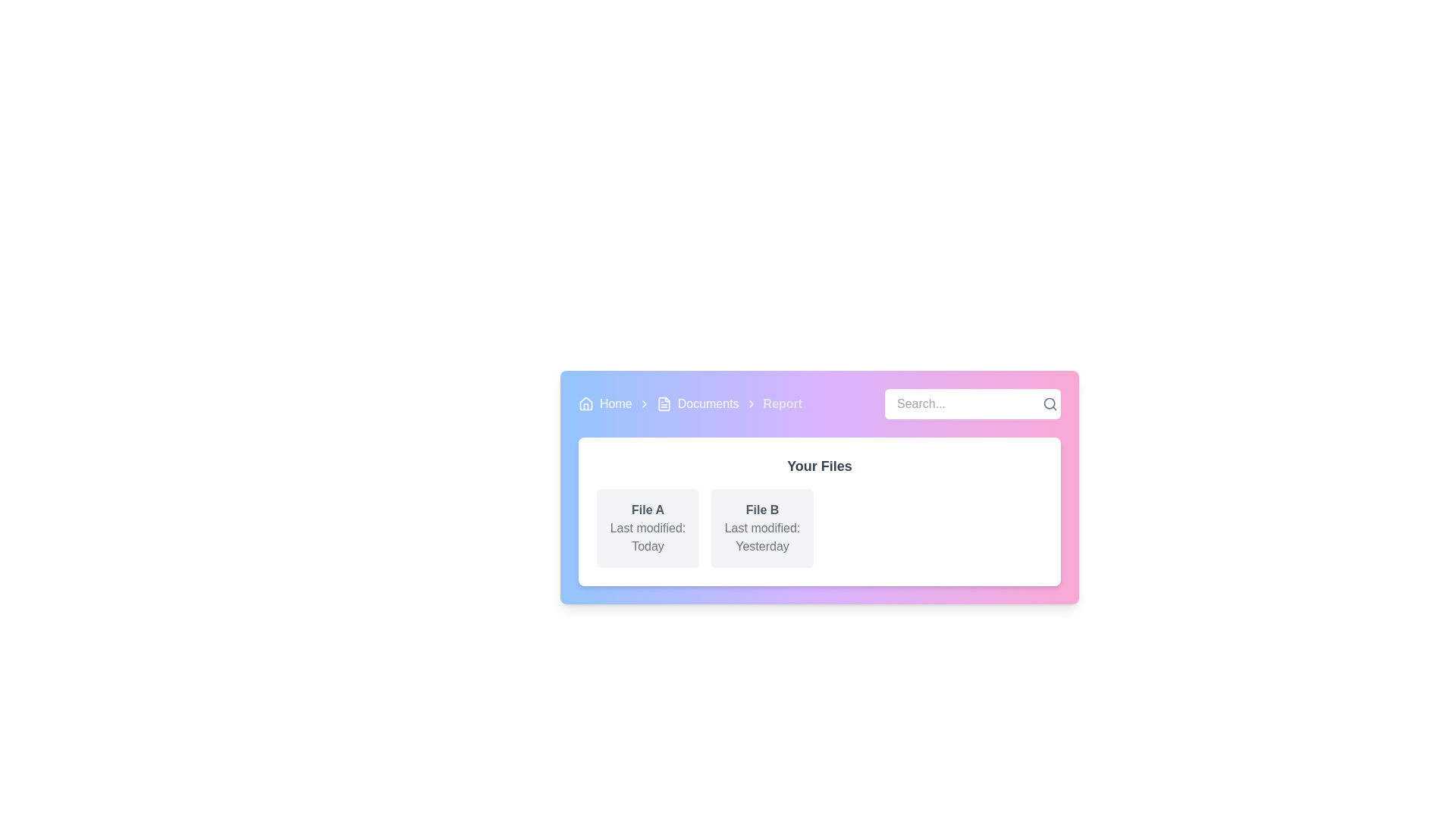 The width and height of the screenshot is (1456, 819). I want to click on the house icon styled button in the breadcrumb navigation bar located at the top-left of the interface, so click(585, 403).